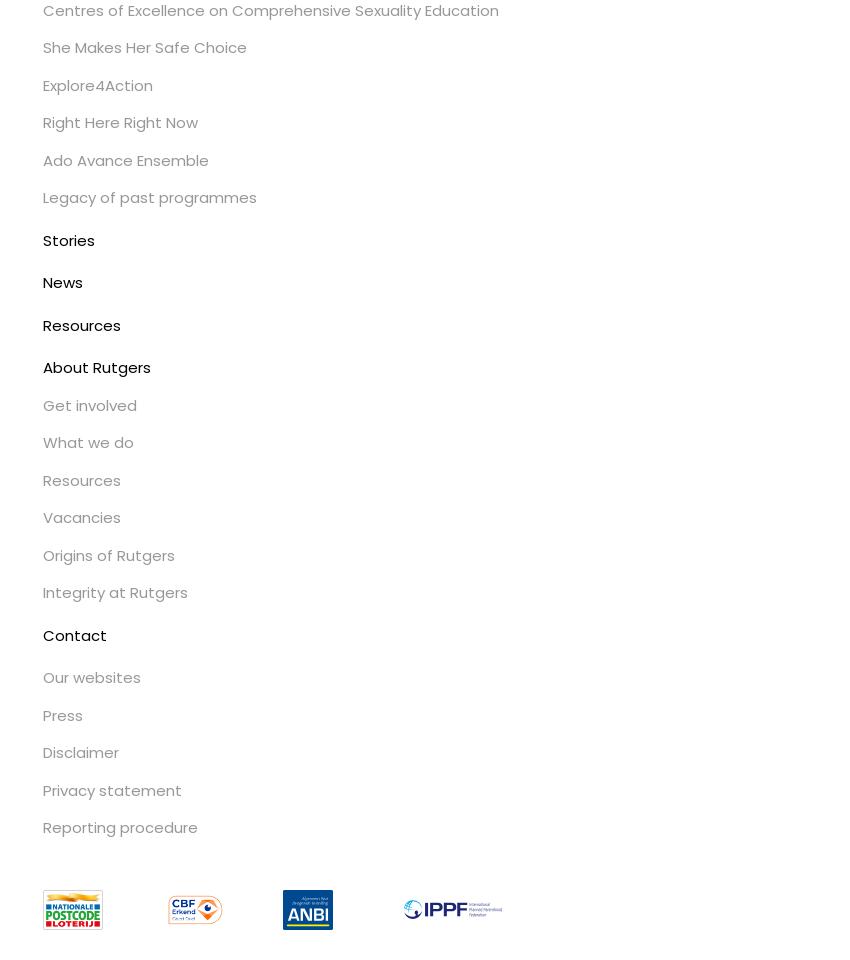 This screenshot has width=850, height=960. What do you see at coordinates (86, 442) in the screenshot?
I see `'What we do'` at bounding box center [86, 442].